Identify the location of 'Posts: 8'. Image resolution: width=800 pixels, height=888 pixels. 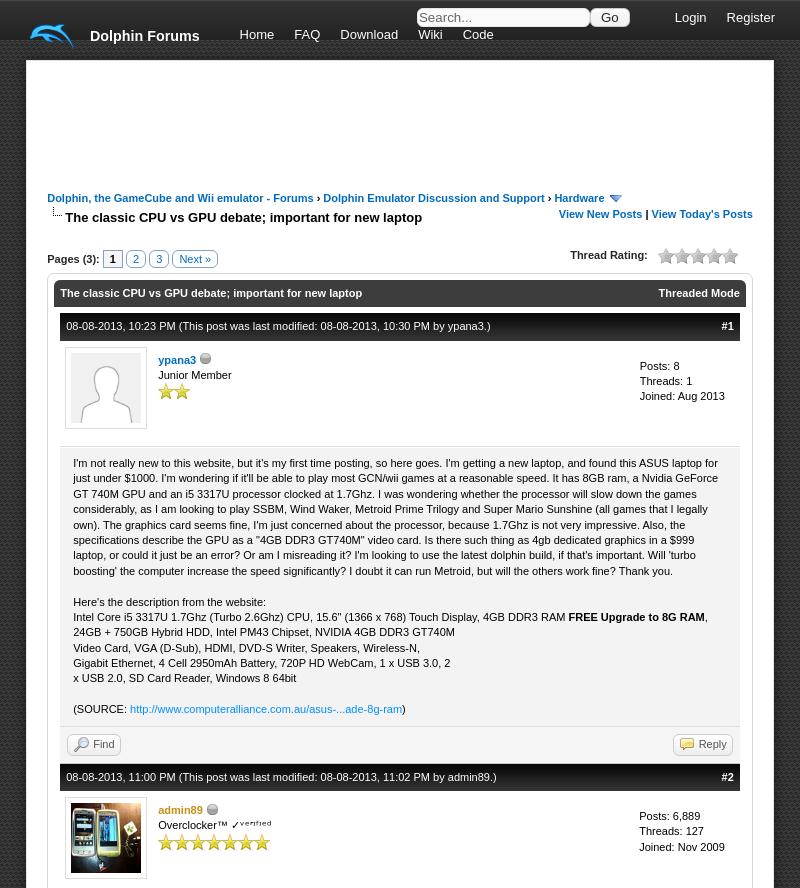
(657, 364).